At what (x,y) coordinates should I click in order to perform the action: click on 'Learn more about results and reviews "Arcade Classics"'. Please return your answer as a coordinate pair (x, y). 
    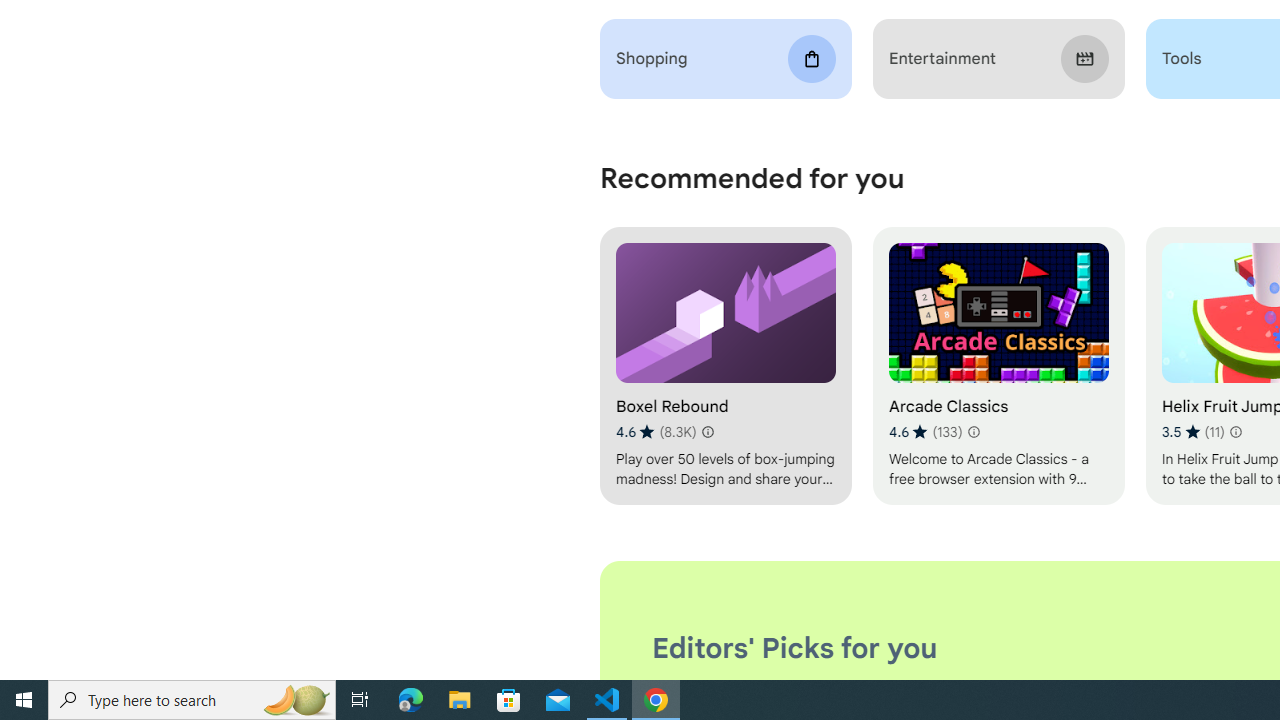
    Looking at the image, I should click on (972, 431).